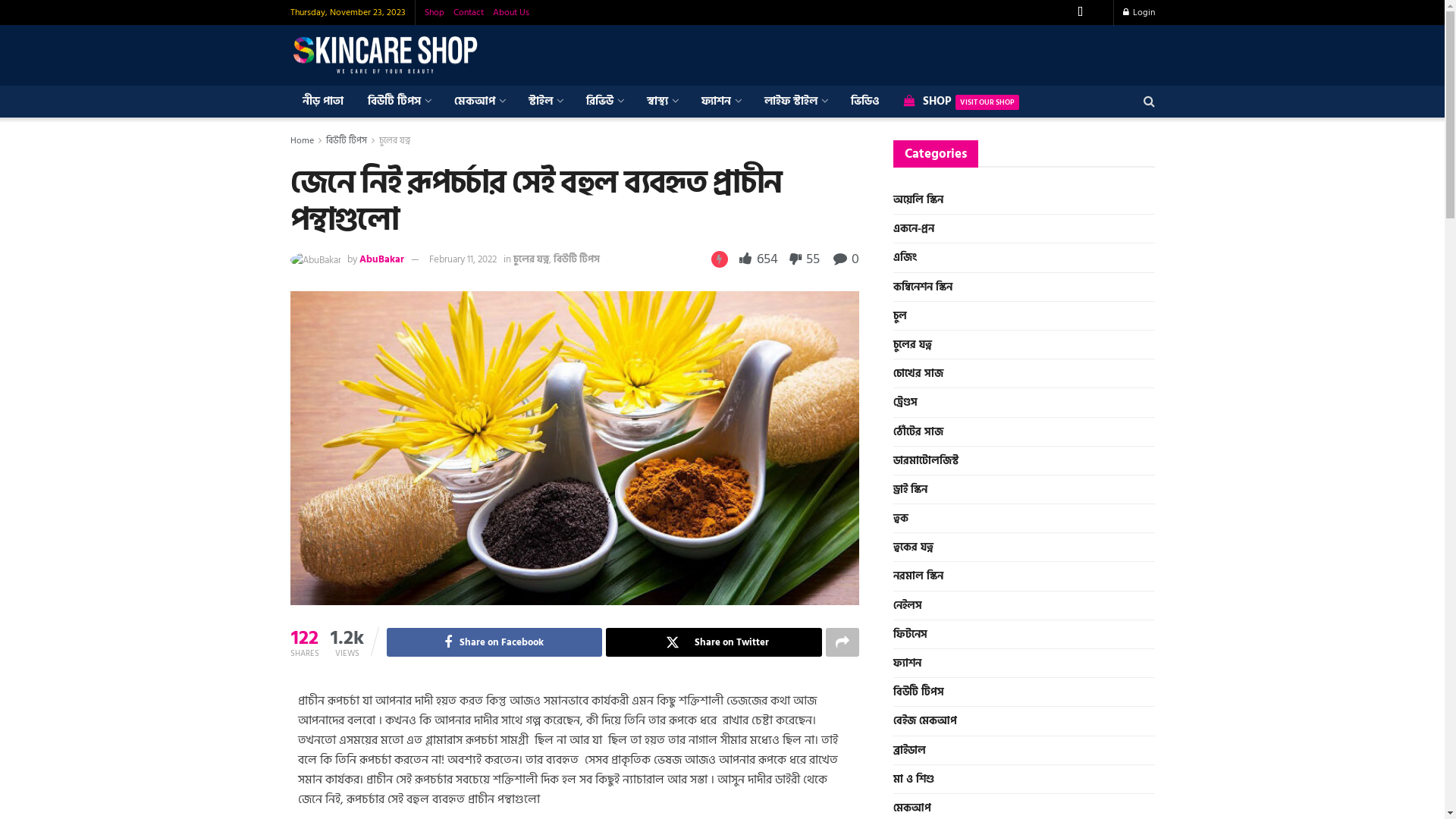 The width and height of the screenshot is (1456, 819). I want to click on 'About Us', so click(510, 12).